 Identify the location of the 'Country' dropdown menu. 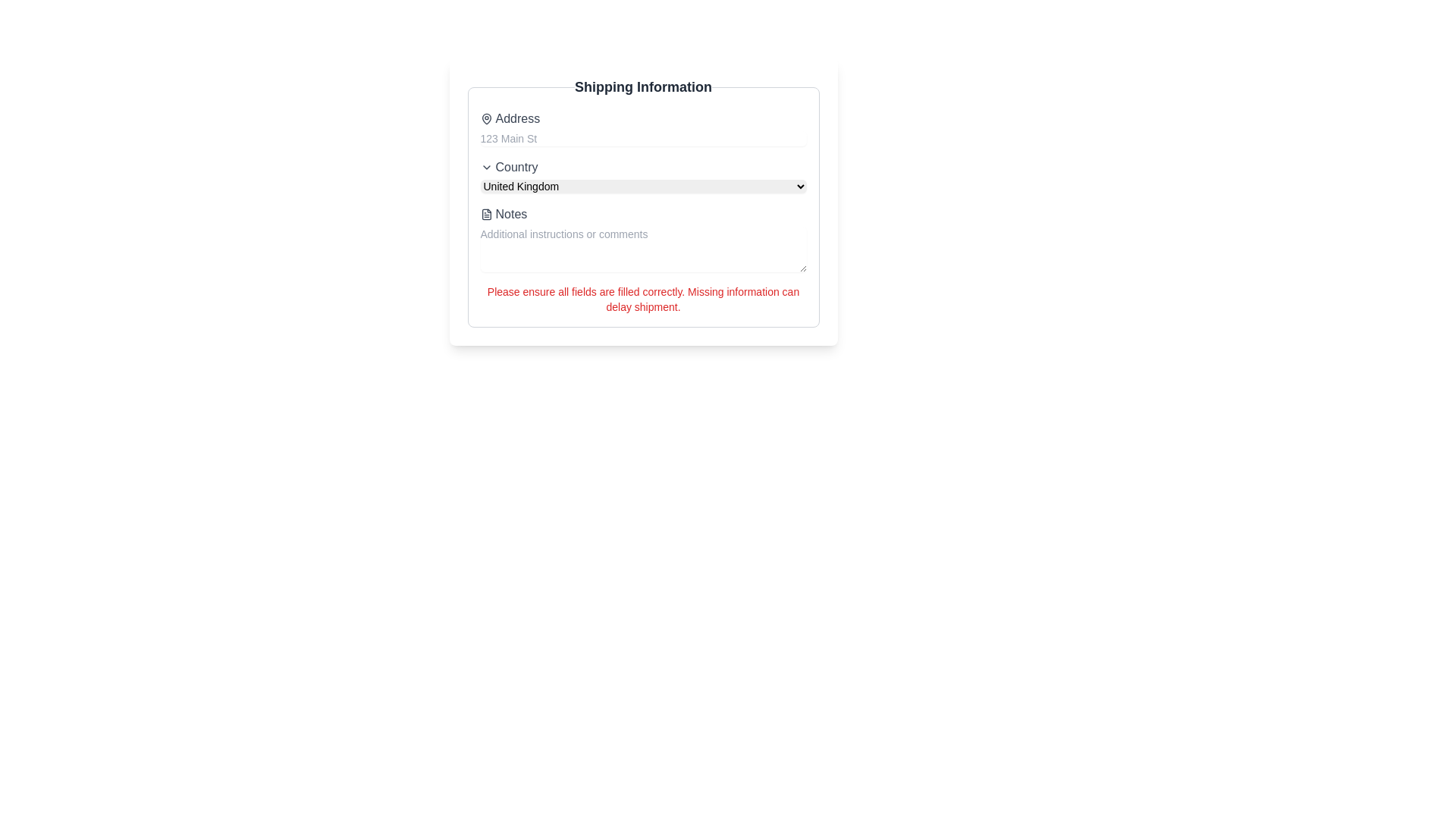
(643, 174).